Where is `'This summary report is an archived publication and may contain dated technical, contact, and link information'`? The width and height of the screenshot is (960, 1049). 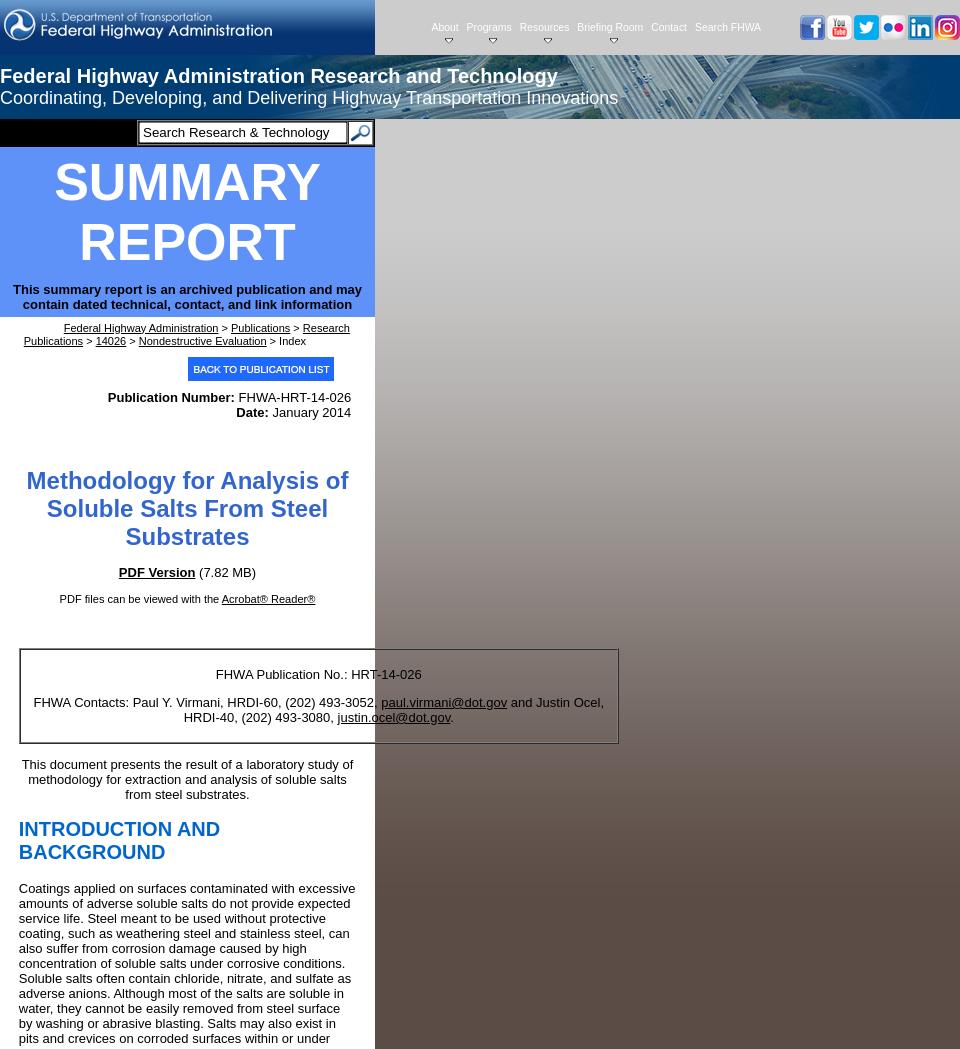
'This summary report is an archived publication and may contain dated technical, contact, and link information' is located at coordinates (187, 296).